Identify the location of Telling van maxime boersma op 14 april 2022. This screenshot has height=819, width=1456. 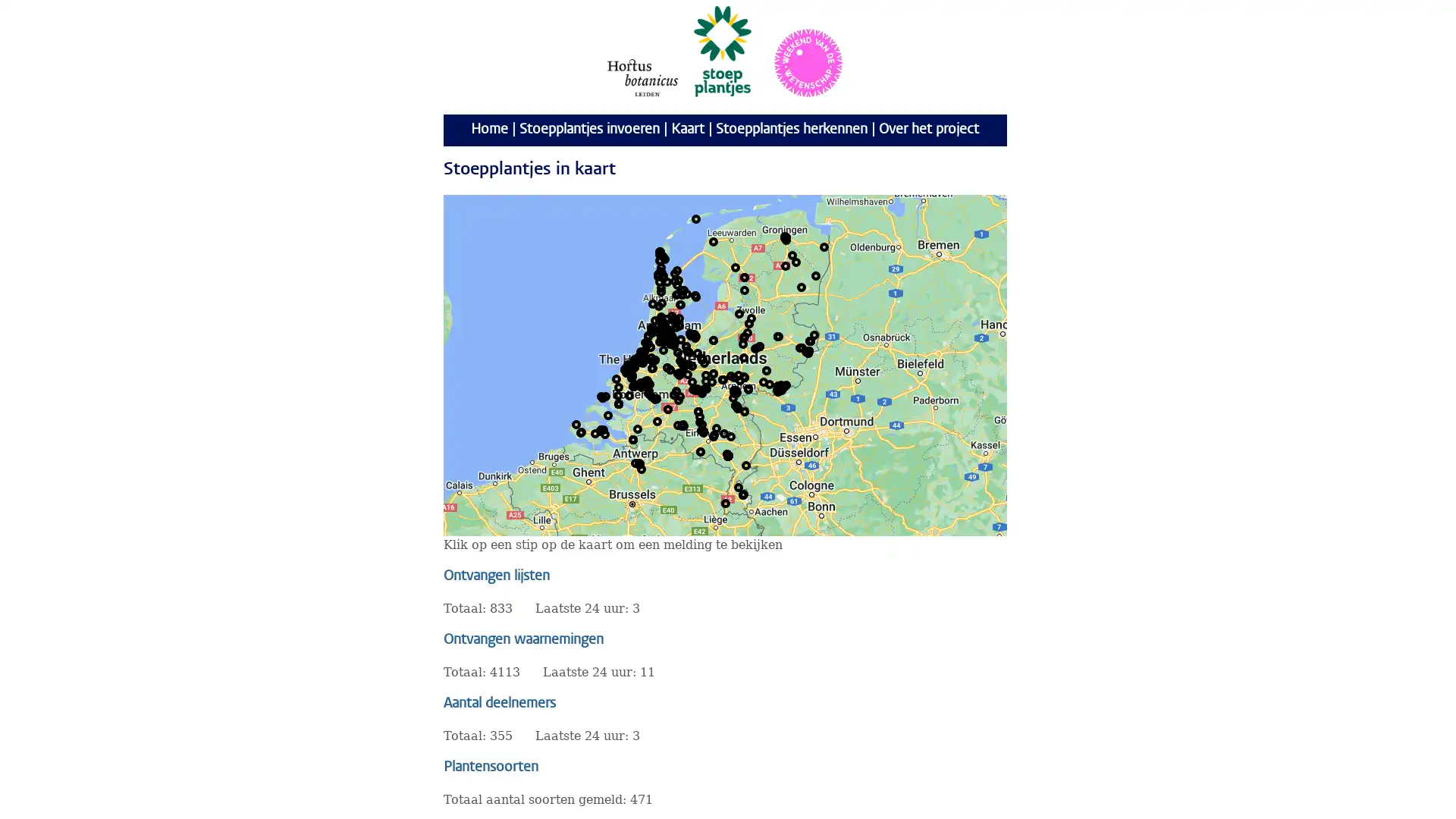
(669, 334).